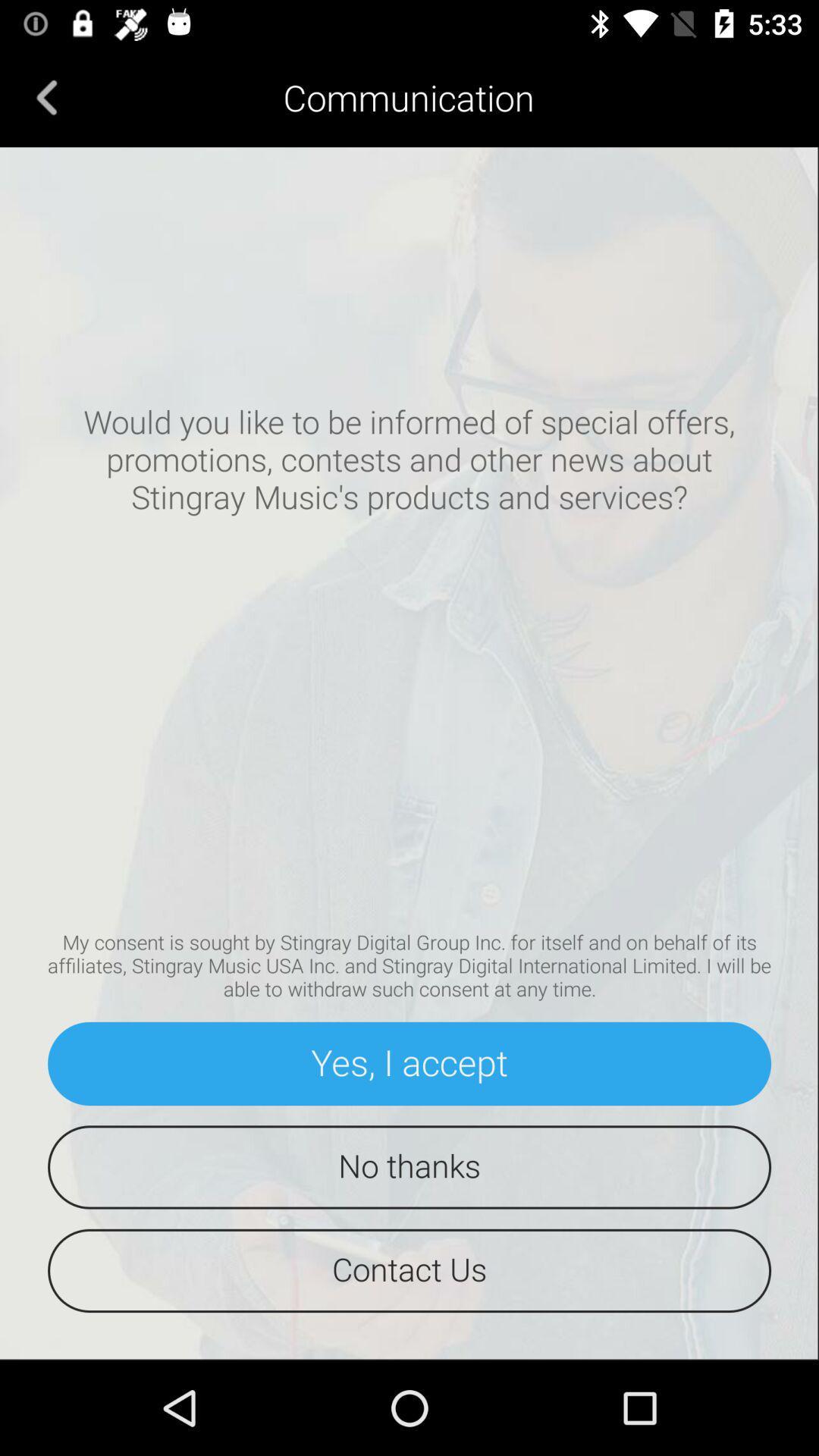 The height and width of the screenshot is (1456, 819). I want to click on the item below my consent is item, so click(409, 1062).